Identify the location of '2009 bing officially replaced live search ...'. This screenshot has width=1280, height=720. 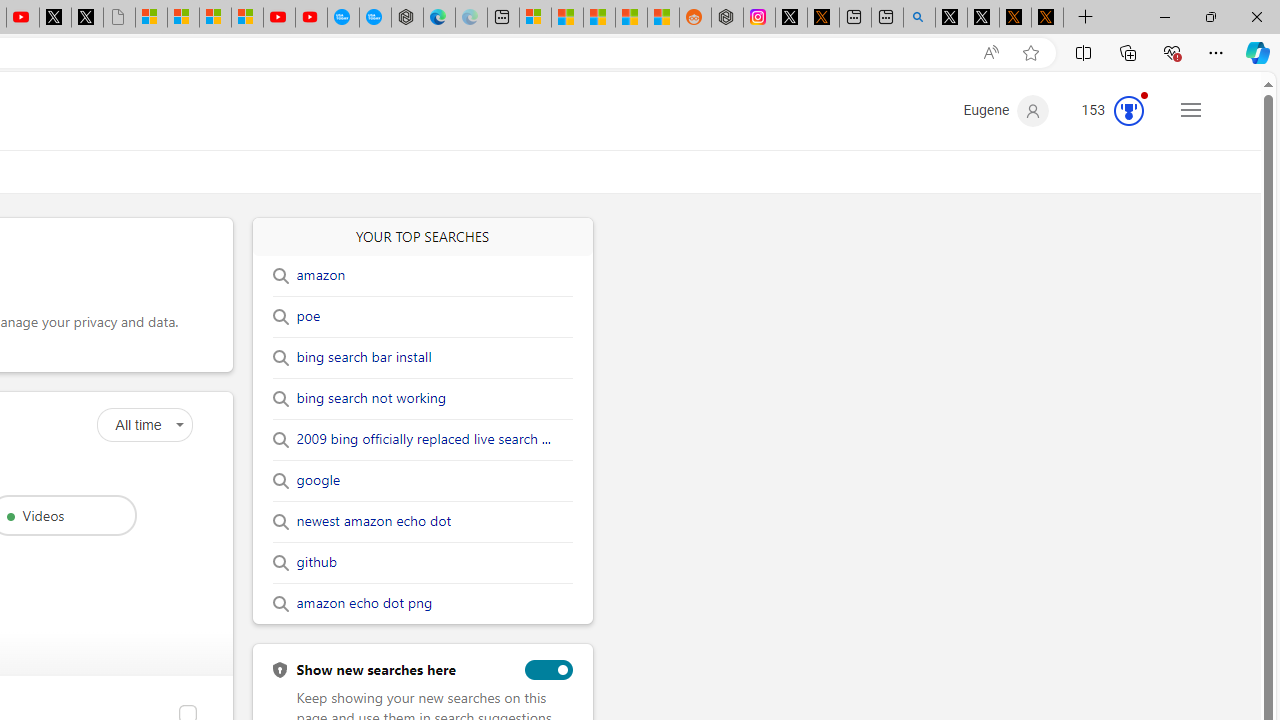
(422, 438).